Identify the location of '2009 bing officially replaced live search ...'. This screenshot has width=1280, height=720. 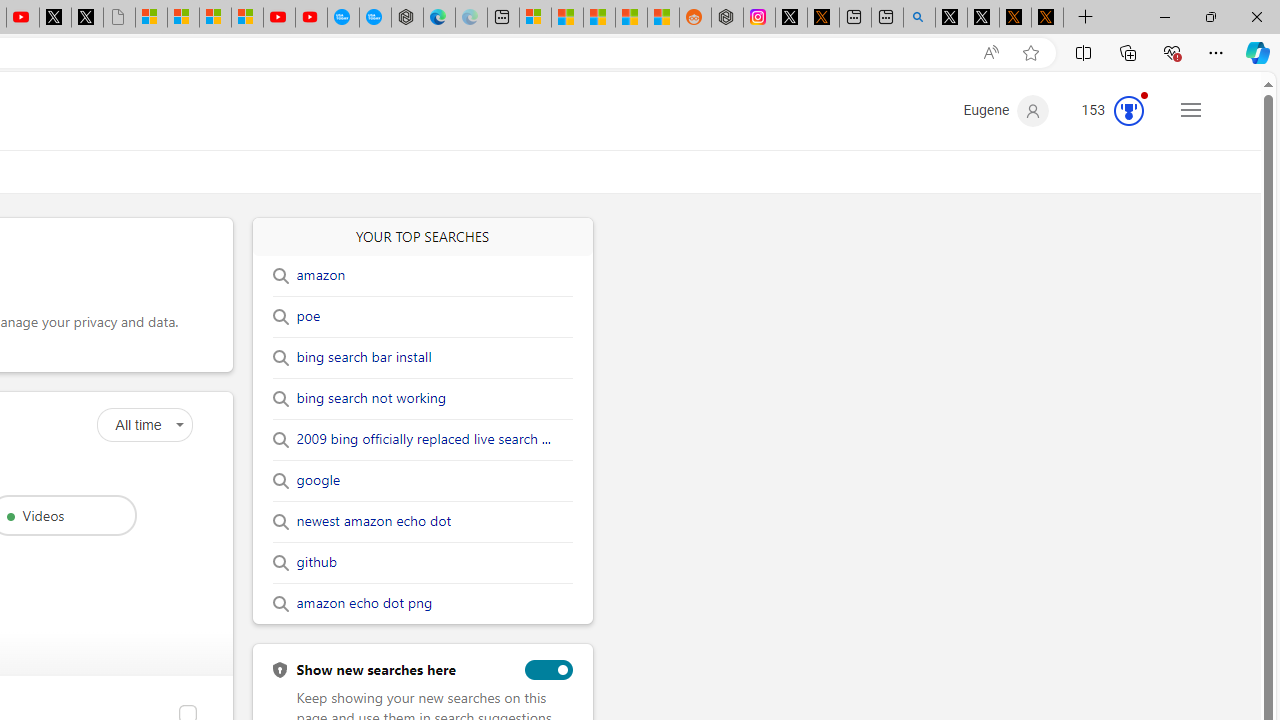
(422, 438).